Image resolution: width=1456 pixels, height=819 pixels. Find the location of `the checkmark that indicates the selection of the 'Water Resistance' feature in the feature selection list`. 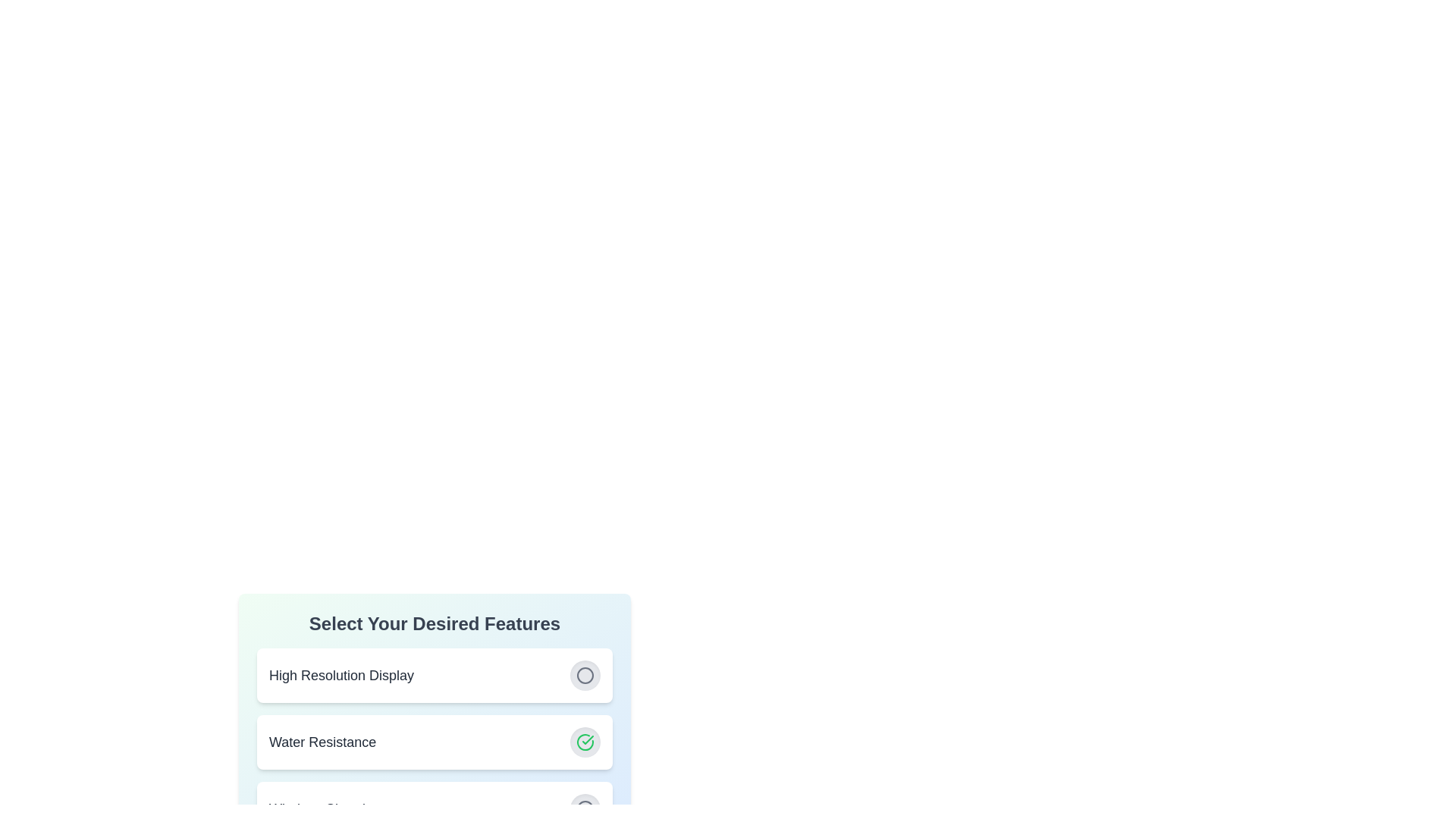

the checkmark that indicates the selection of the 'Water Resistance' feature in the feature selection list is located at coordinates (587, 739).